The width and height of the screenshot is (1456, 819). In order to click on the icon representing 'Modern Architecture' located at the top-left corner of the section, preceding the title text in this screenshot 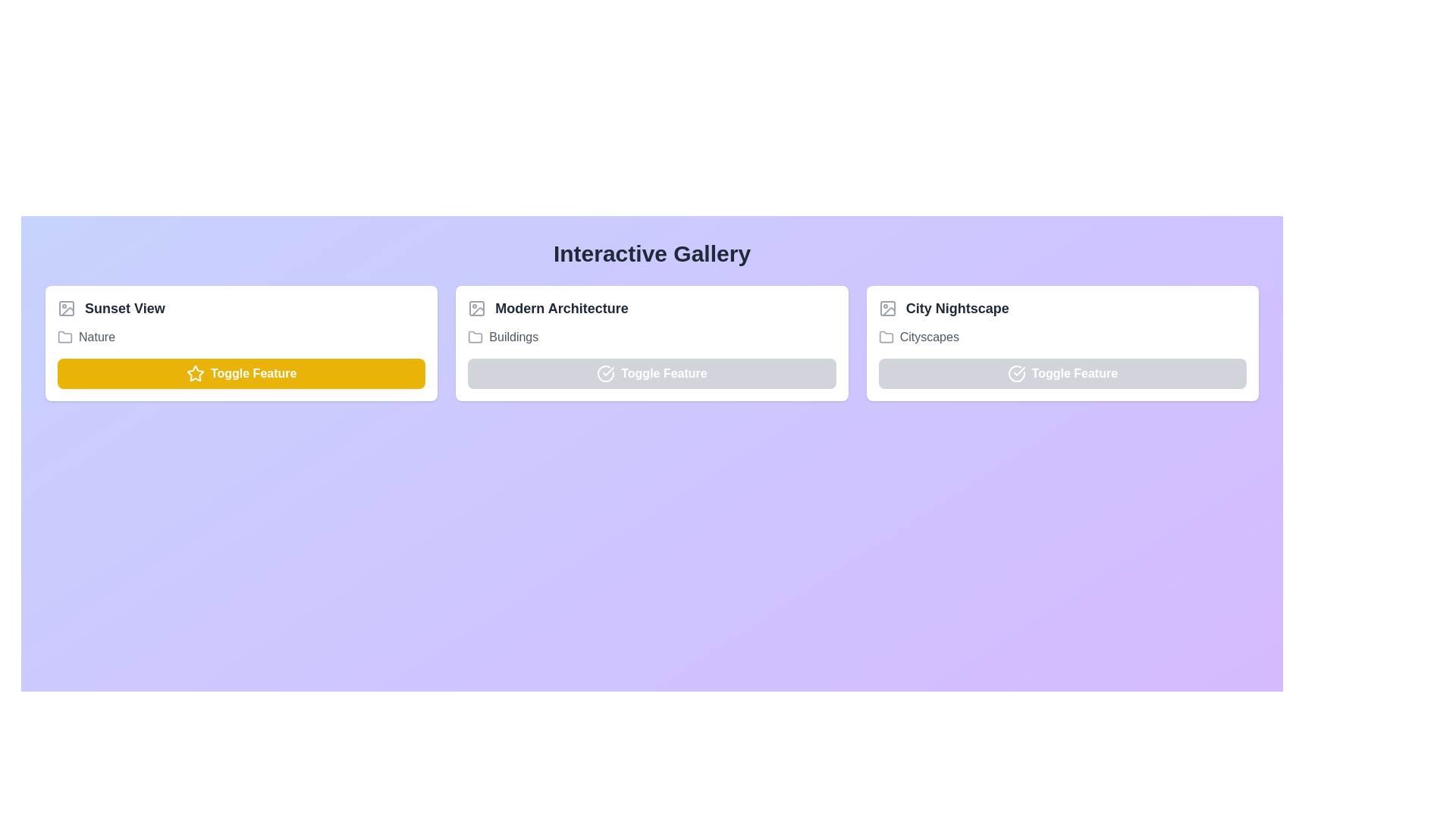, I will do `click(475, 308)`.